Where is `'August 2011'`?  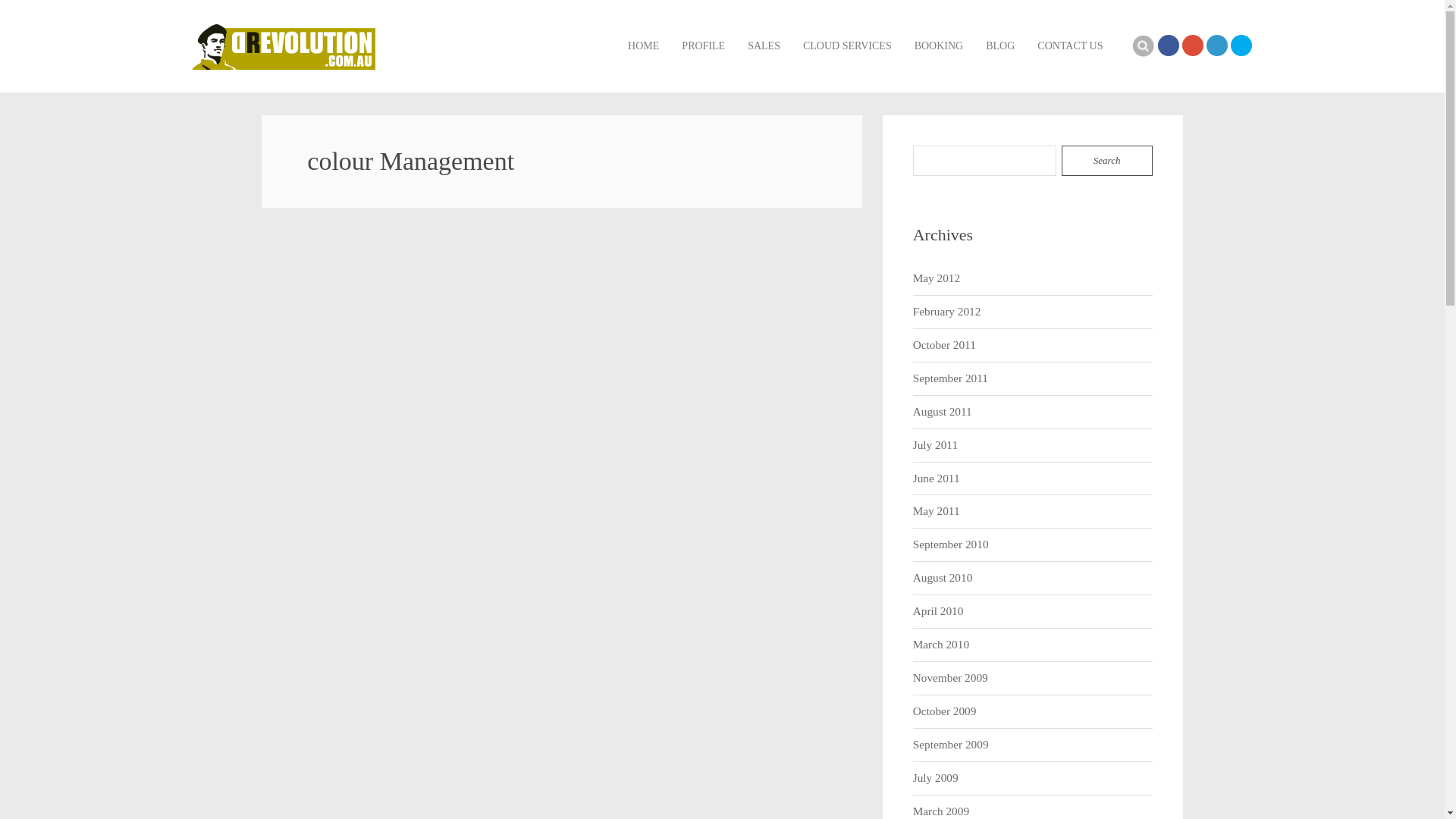 'August 2011' is located at coordinates (942, 412).